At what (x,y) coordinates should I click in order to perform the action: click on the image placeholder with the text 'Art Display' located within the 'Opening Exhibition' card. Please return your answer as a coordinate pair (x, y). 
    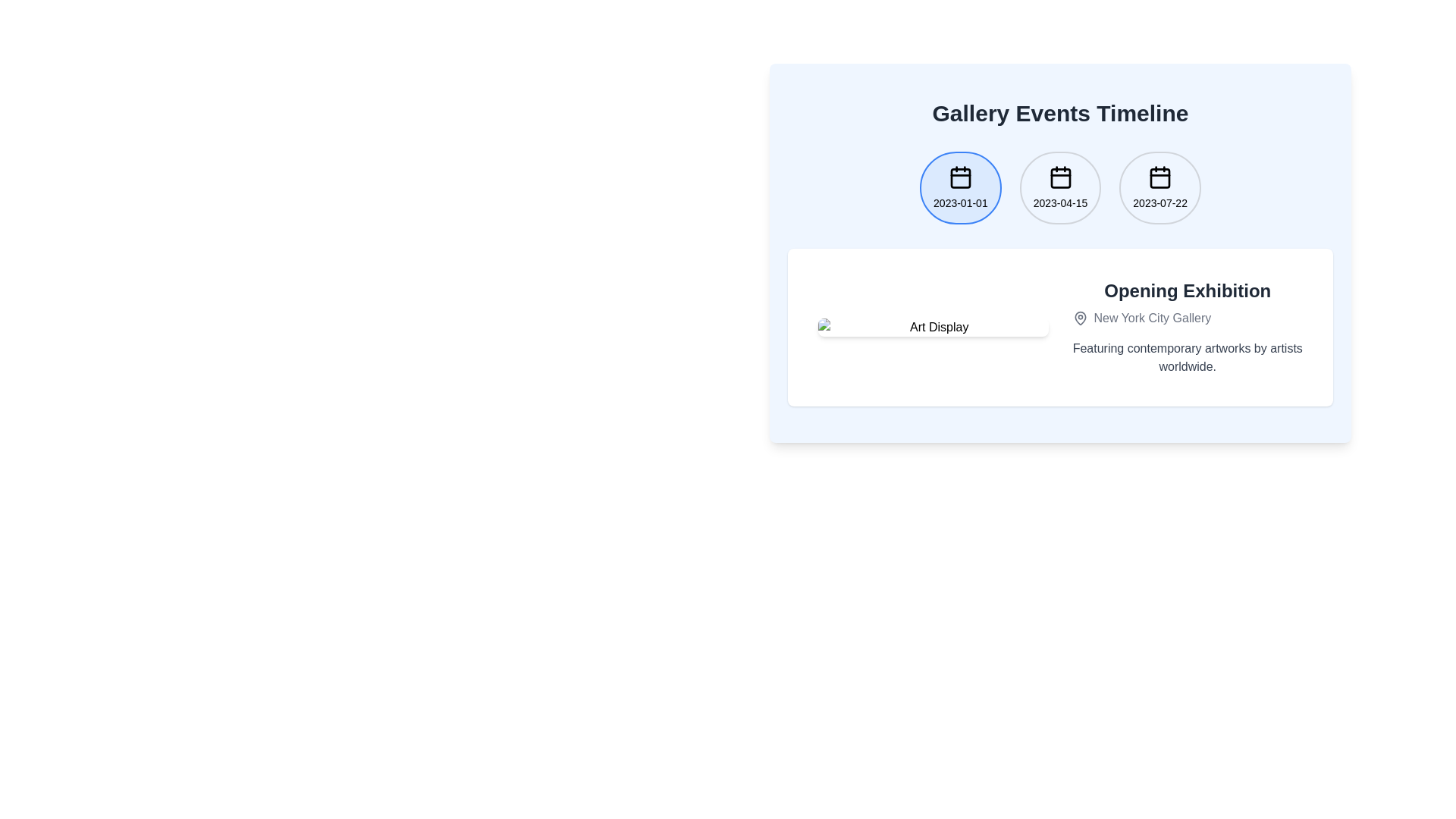
    Looking at the image, I should click on (932, 327).